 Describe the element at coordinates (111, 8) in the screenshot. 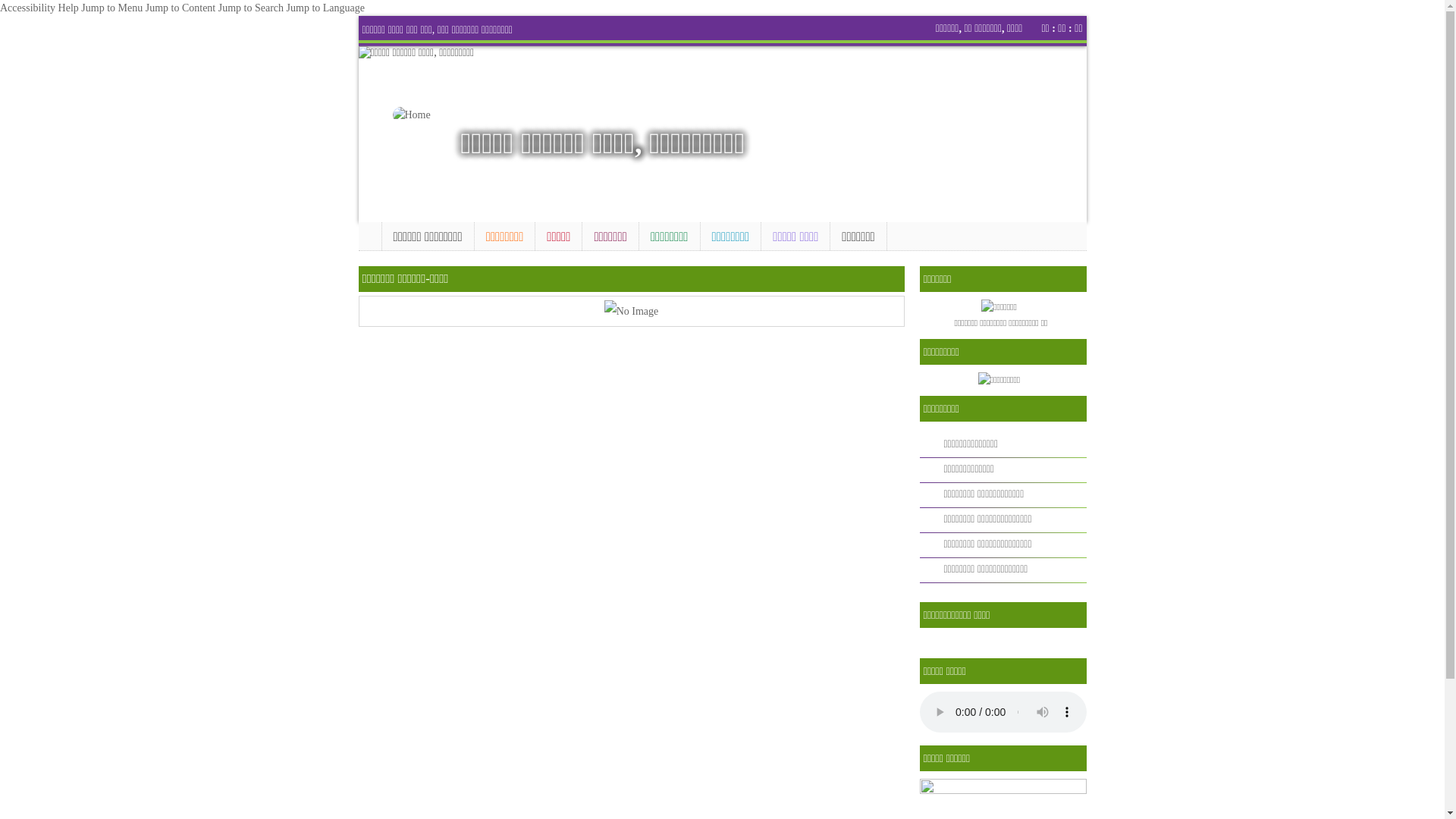

I see `'Jump to Menu'` at that location.